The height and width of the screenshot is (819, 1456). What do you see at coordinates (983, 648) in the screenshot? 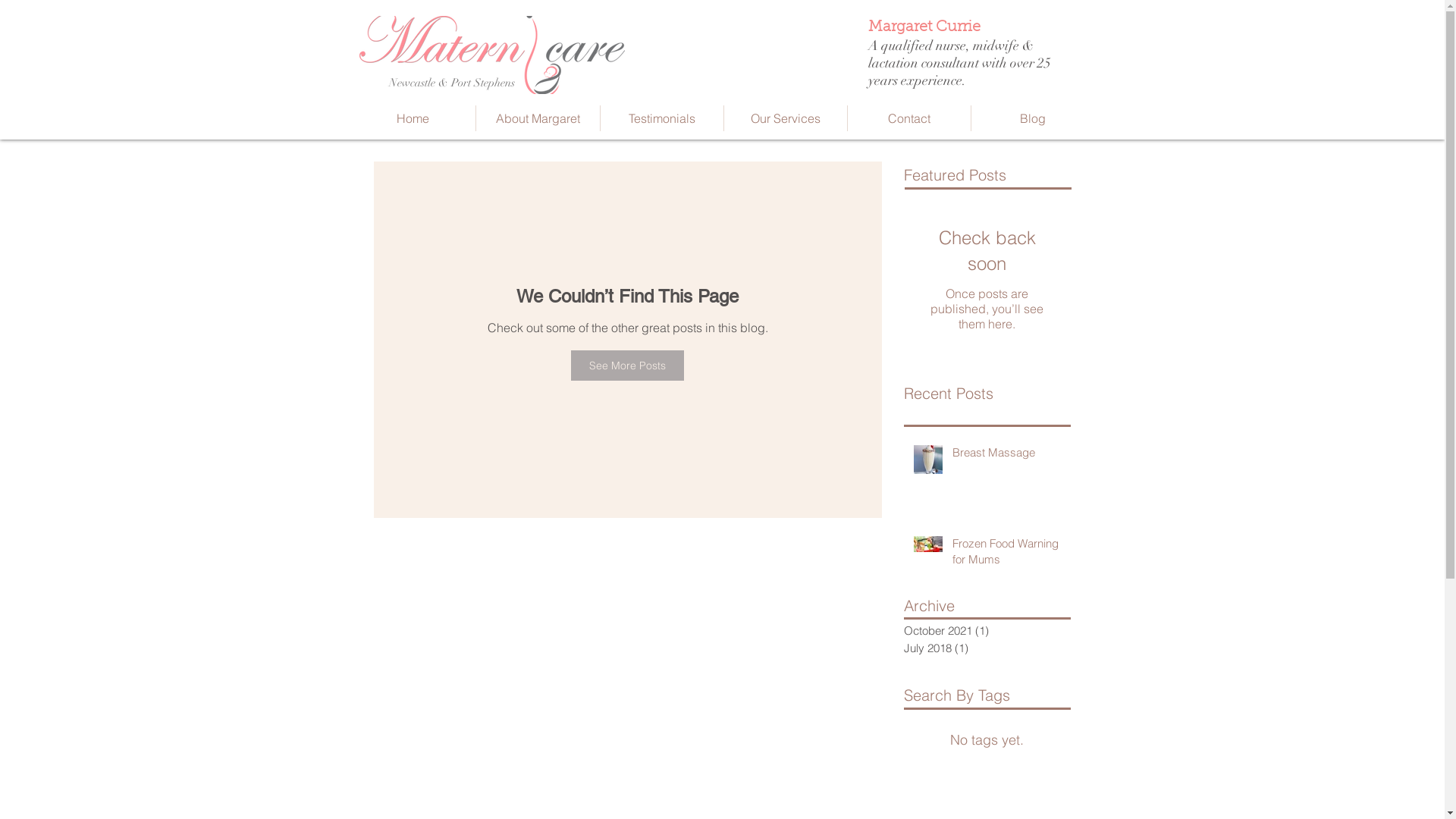
I see `'July 2018 (1)'` at bounding box center [983, 648].